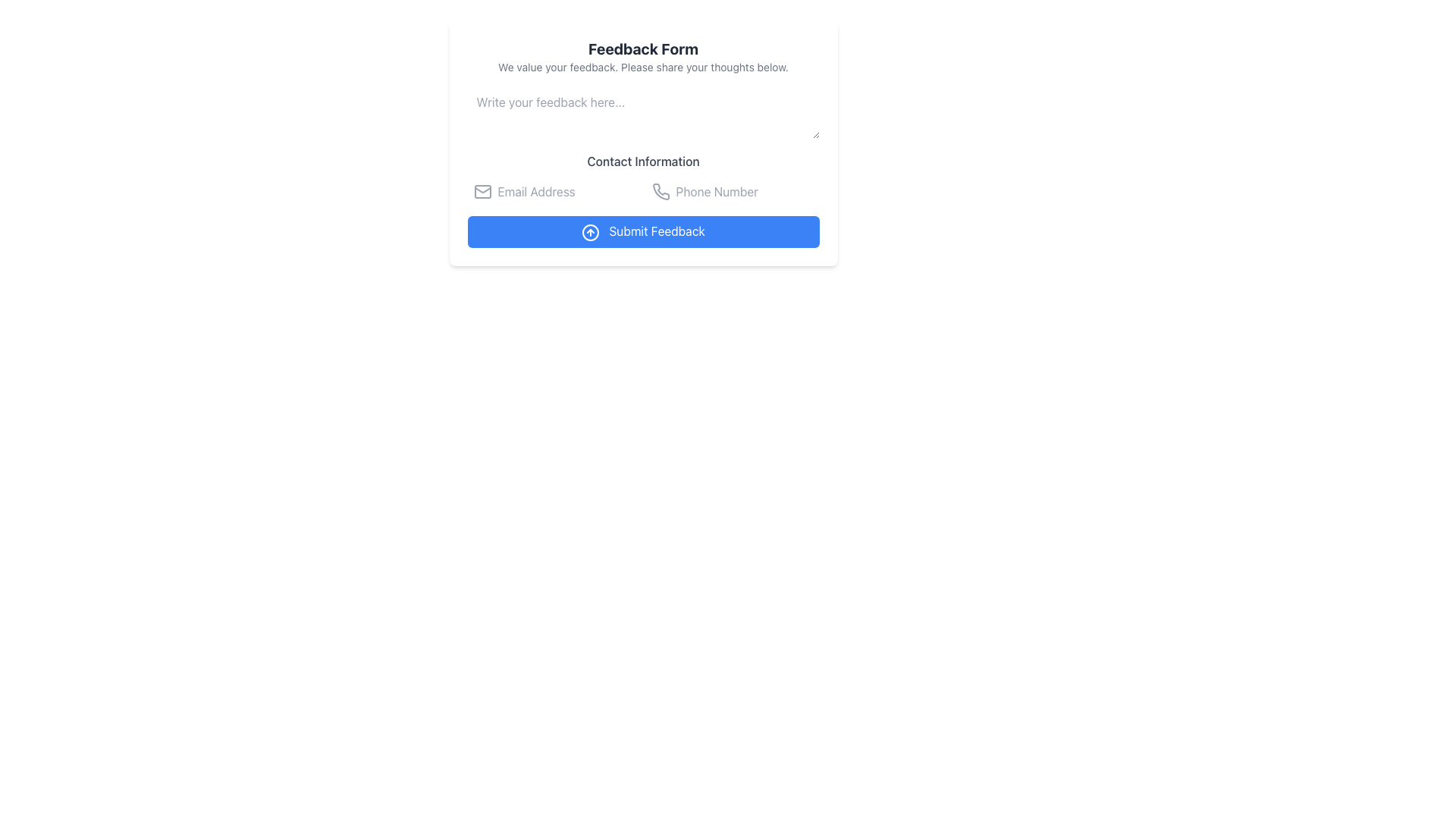  I want to click on the email icon in the 'Contact Information' section of the feedback form, located to the left of the email address input field, so click(482, 191).